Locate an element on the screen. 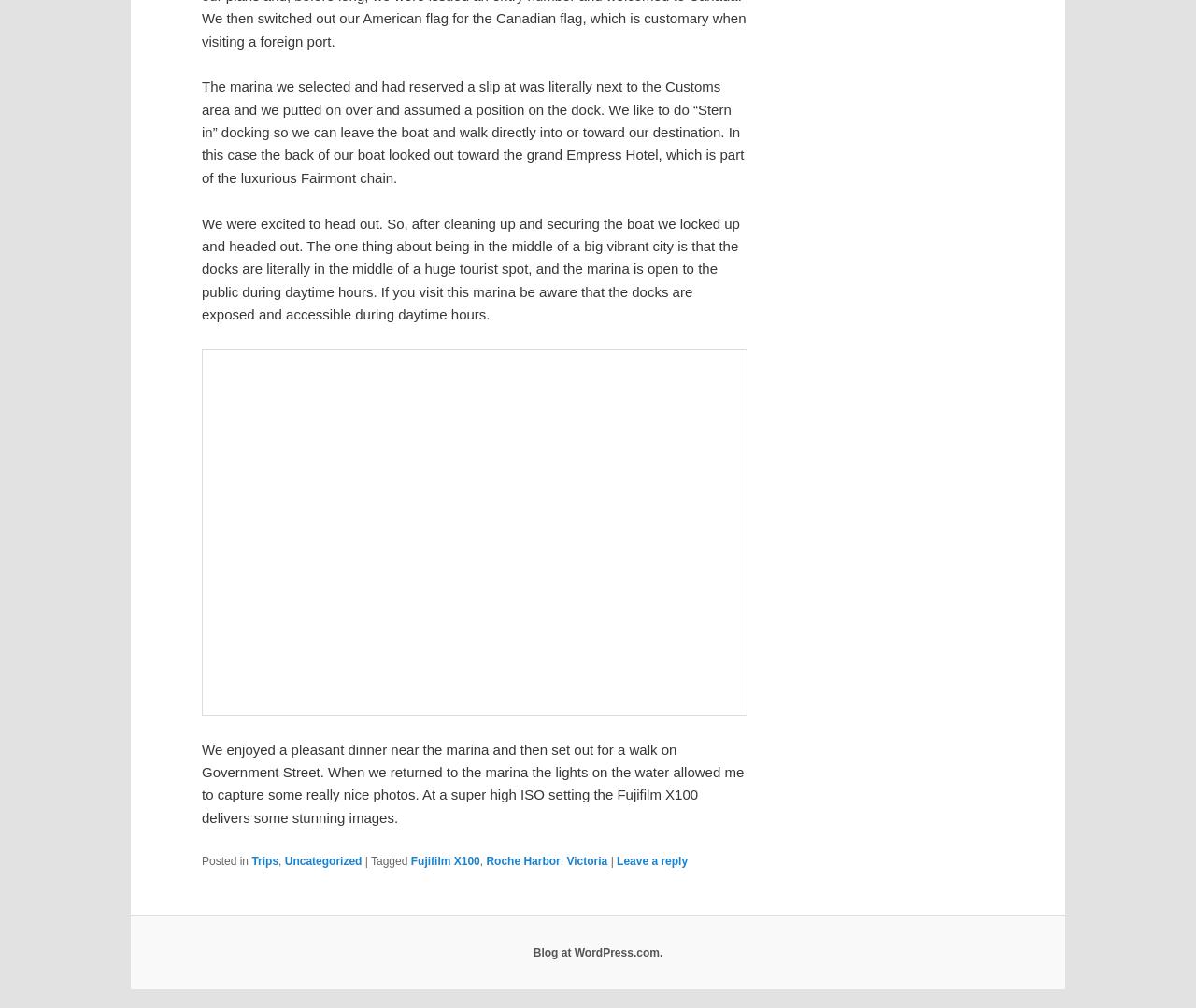  'Blog at WordPress.com.' is located at coordinates (596, 952).